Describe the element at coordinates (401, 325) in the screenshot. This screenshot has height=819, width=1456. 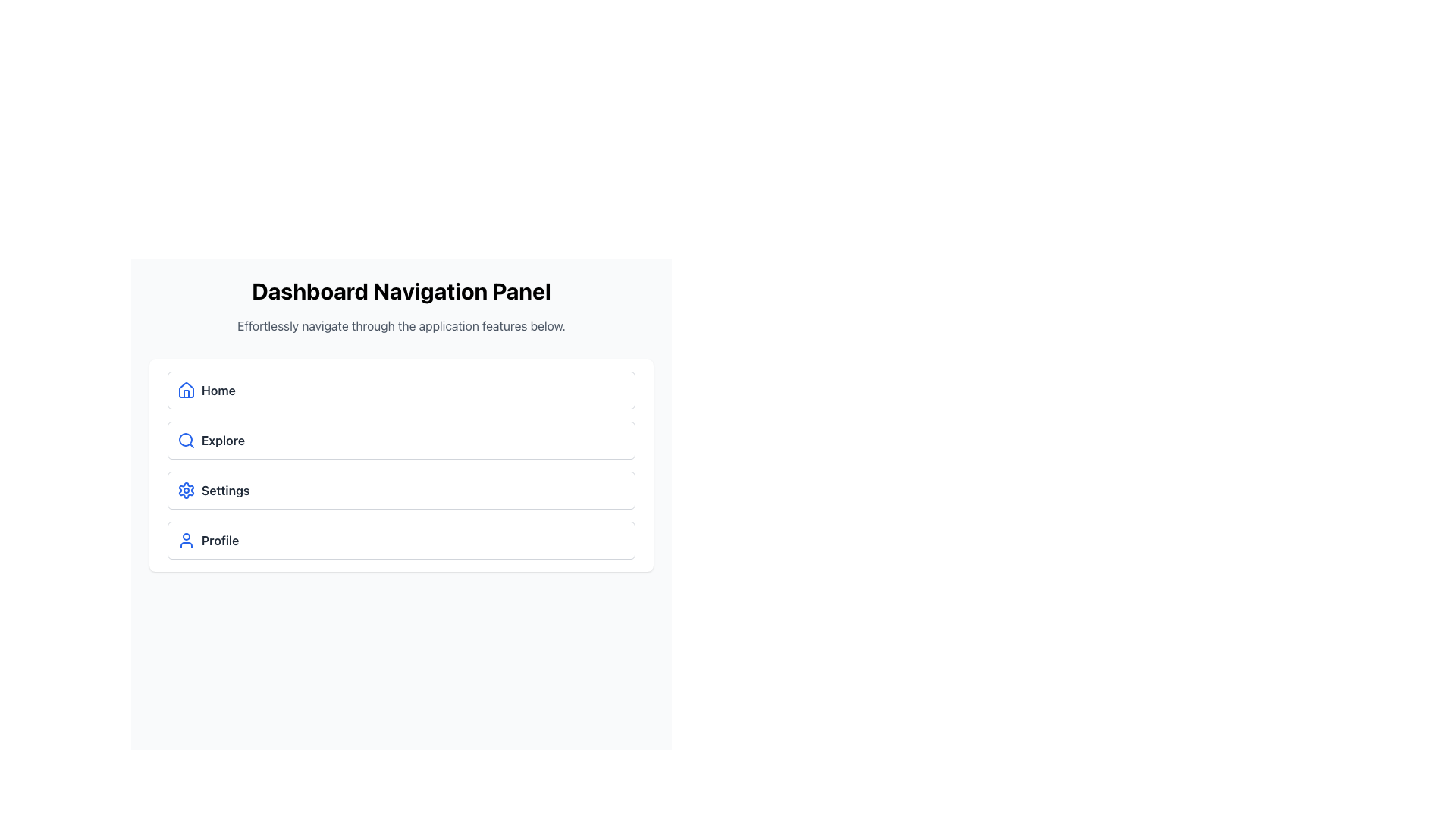
I see `paragraph text styled in gray color that says 'Effortlessly navigate through the application features below.' It is located under the 'Dashboard Navigation Panel' heading and above the navigation options list` at that location.